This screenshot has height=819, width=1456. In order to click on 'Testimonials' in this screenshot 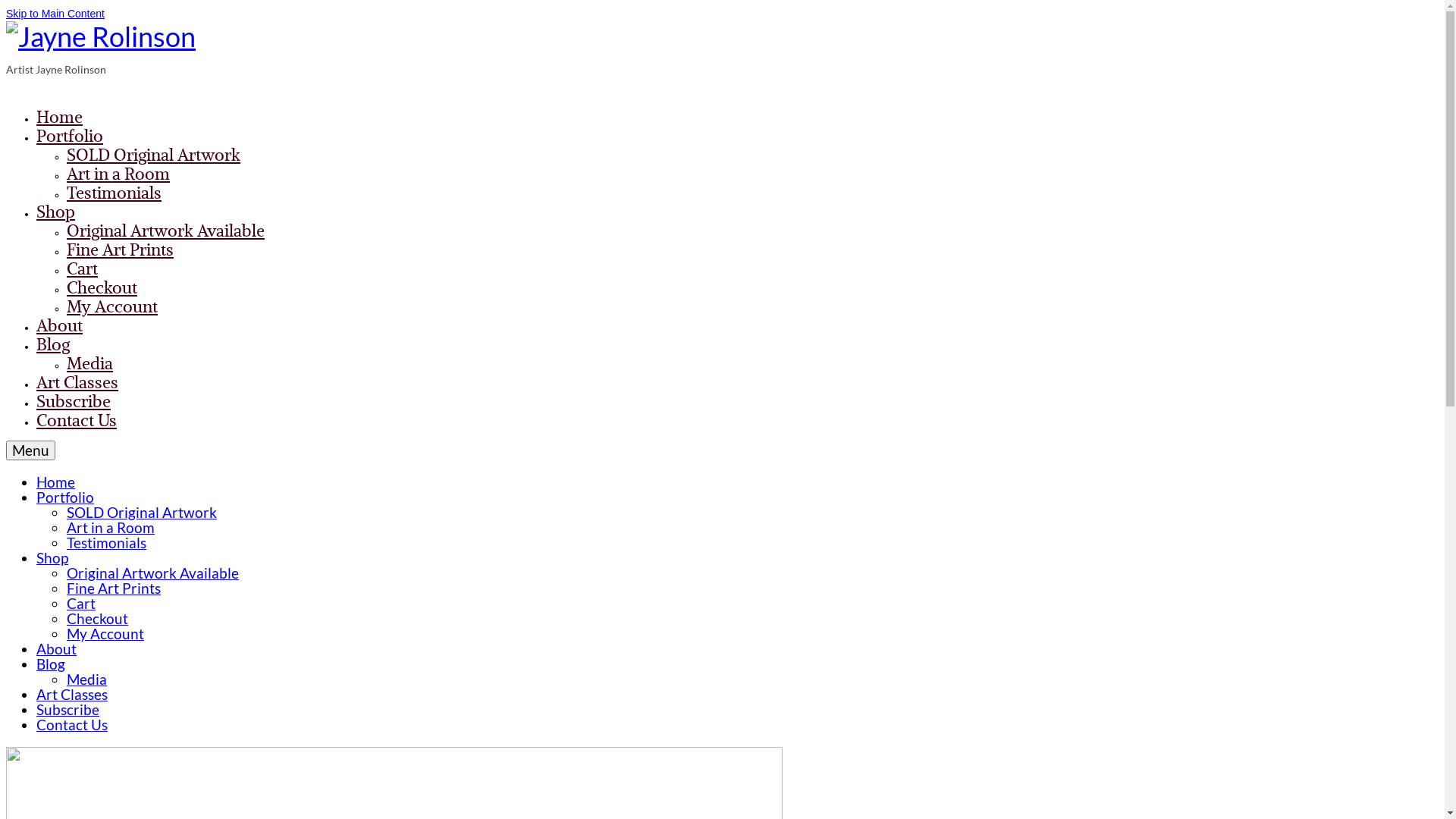, I will do `click(65, 192)`.